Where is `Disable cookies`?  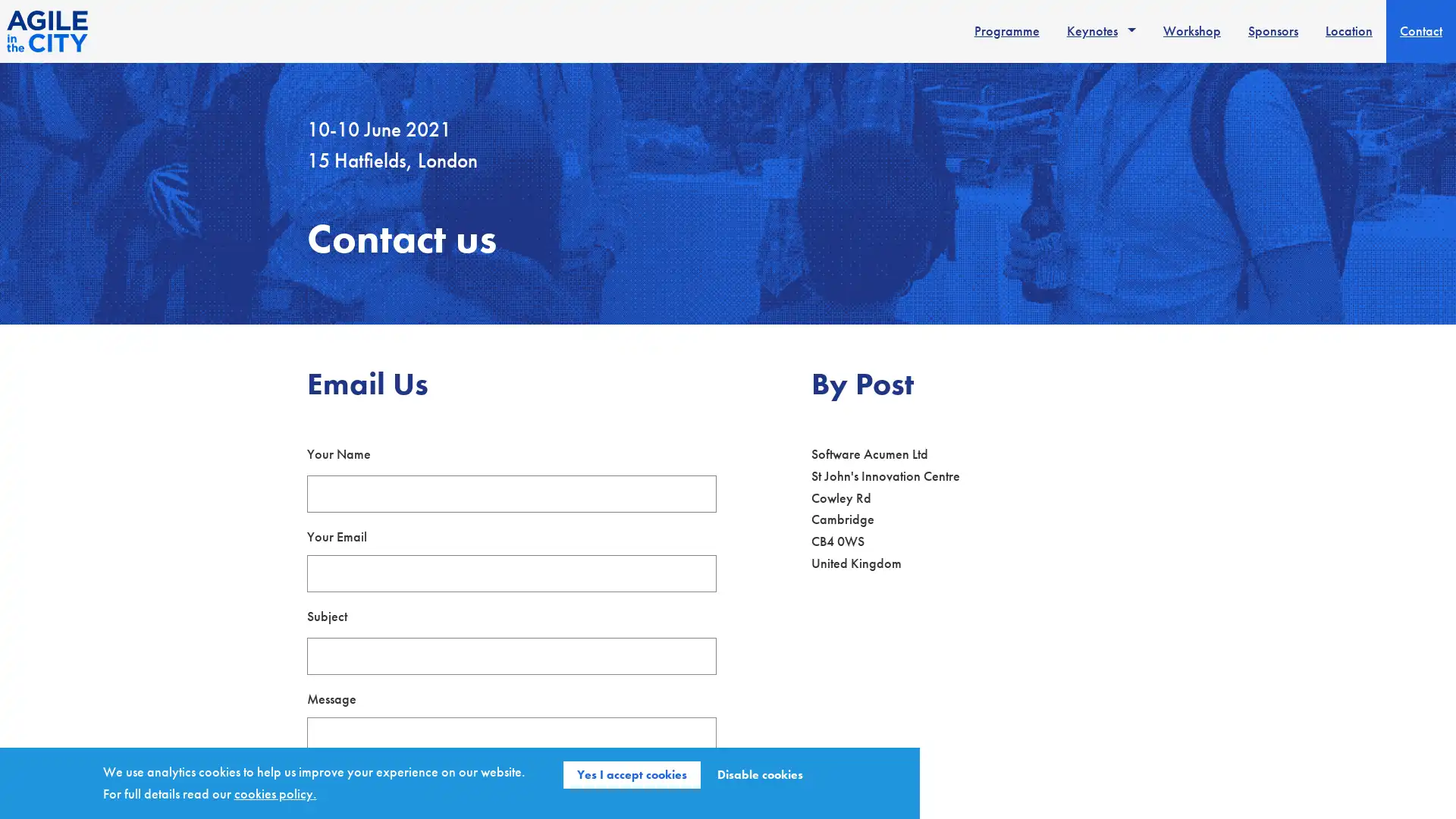 Disable cookies is located at coordinates (760, 775).